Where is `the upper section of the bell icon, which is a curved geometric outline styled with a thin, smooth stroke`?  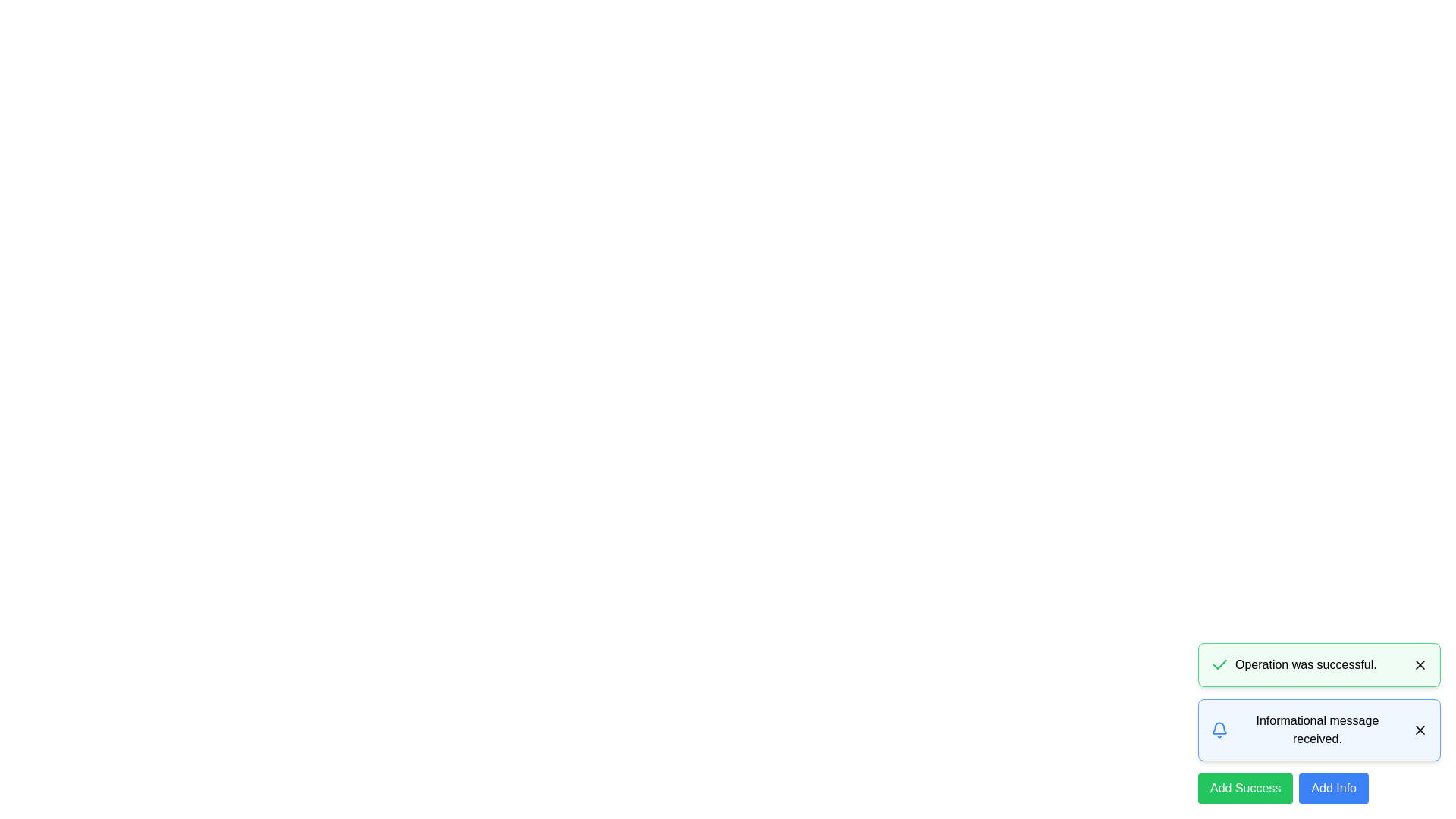
the upper section of the bell icon, which is a curved geometric outline styled with a thin, smooth stroke is located at coordinates (1219, 727).